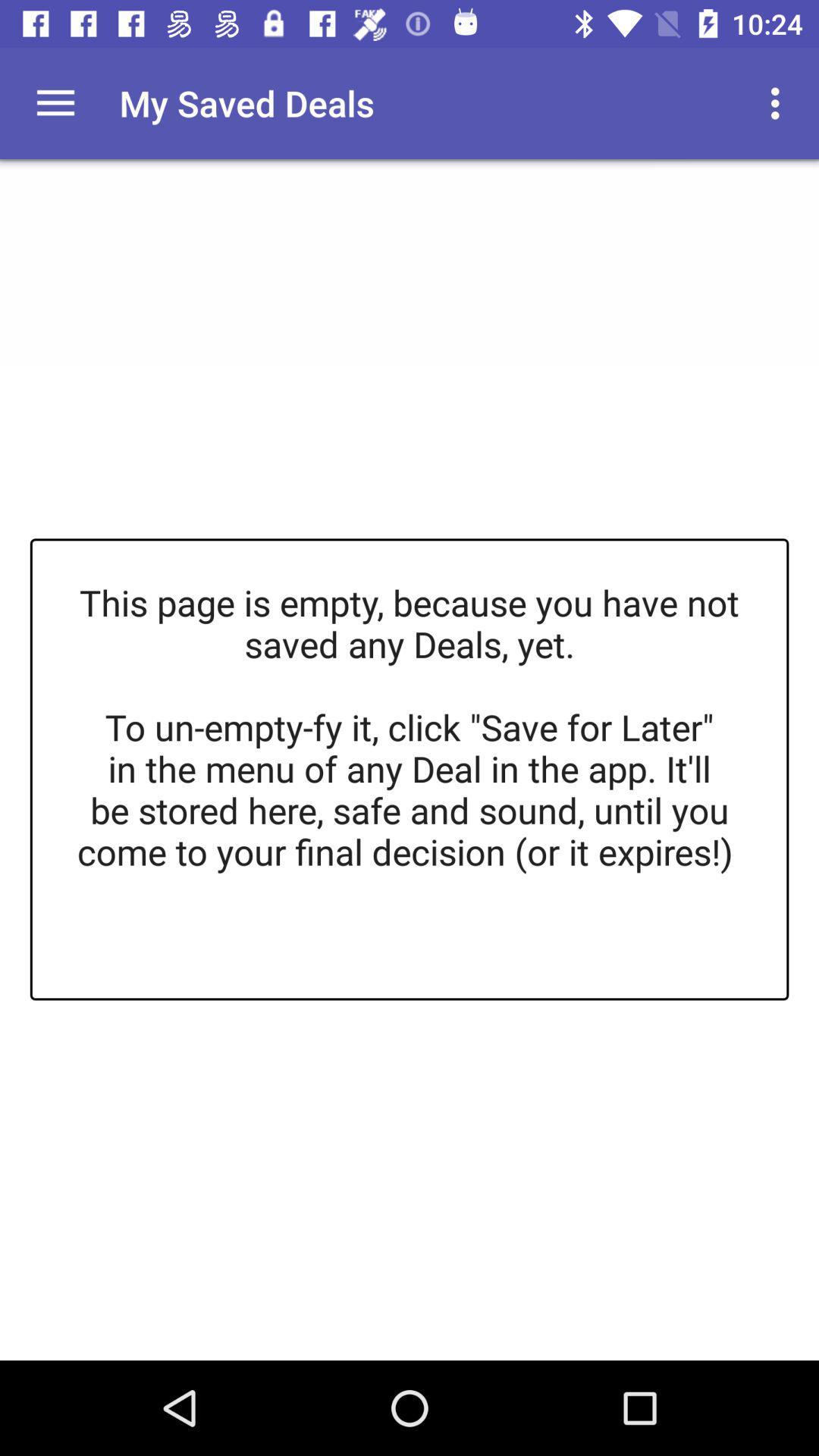 Image resolution: width=819 pixels, height=1456 pixels. What do you see at coordinates (55, 102) in the screenshot?
I see `the app to the left of my saved deals item` at bounding box center [55, 102].